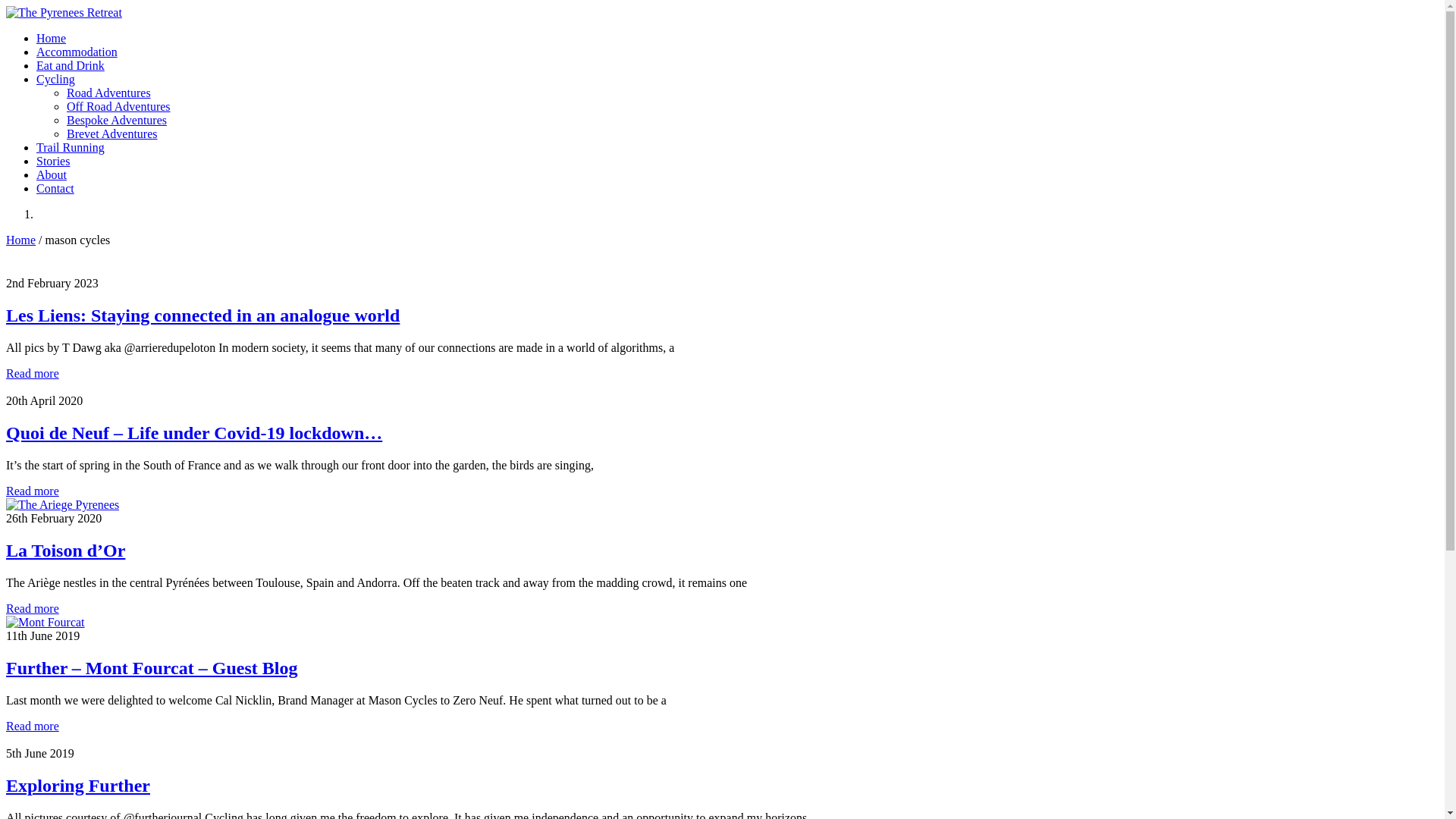  I want to click on 'Bespoke Adventures', so click(115, 119).